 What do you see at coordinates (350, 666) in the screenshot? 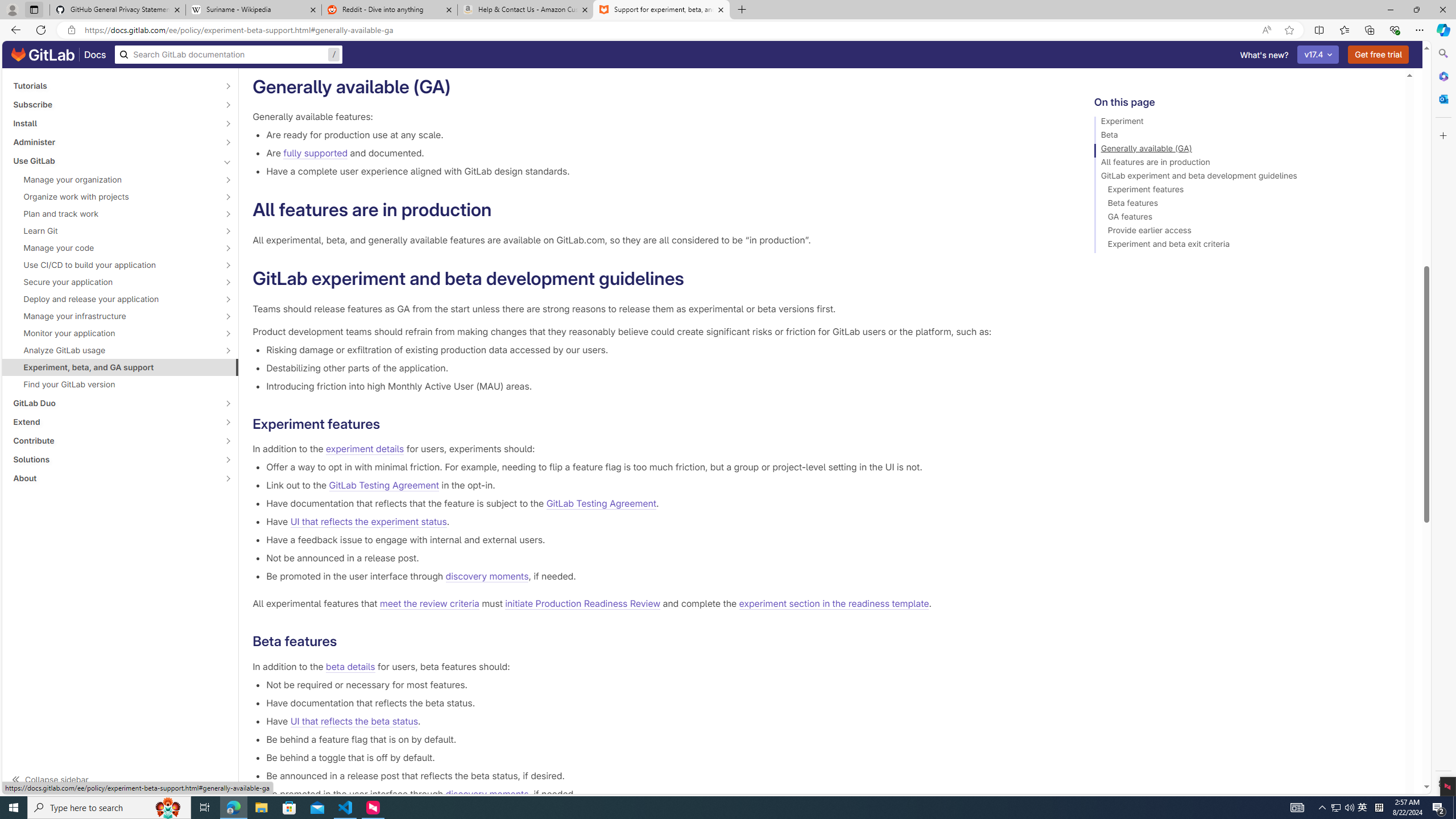
I see `'beta details'` at bounding box center [350, 666].